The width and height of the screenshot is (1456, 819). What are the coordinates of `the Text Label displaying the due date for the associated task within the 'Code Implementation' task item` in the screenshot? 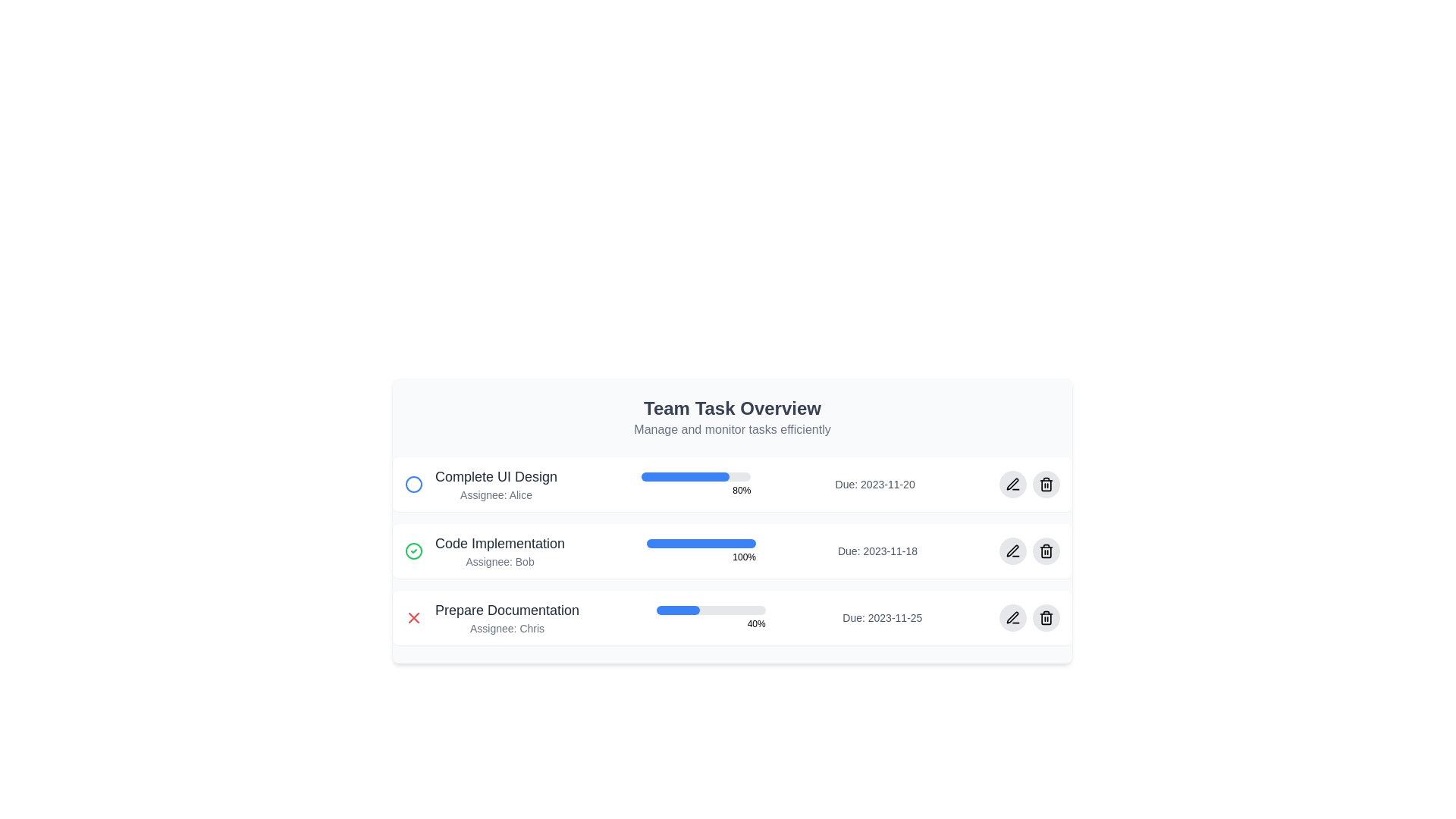 It's located at (877, 551).